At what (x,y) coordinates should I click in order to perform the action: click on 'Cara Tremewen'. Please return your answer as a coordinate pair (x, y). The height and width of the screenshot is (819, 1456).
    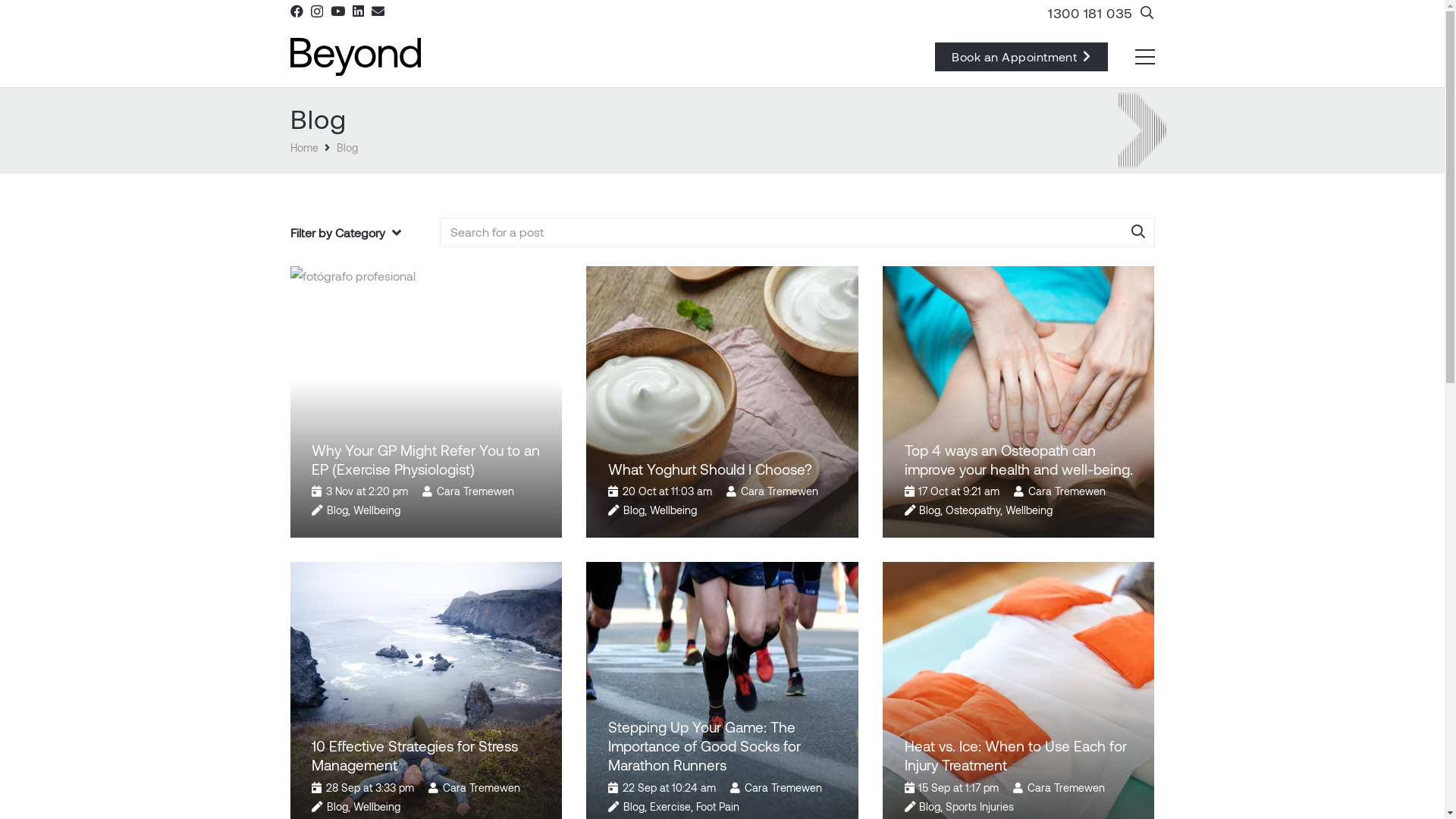
    Looking at the image, I should click on (1027, 786).